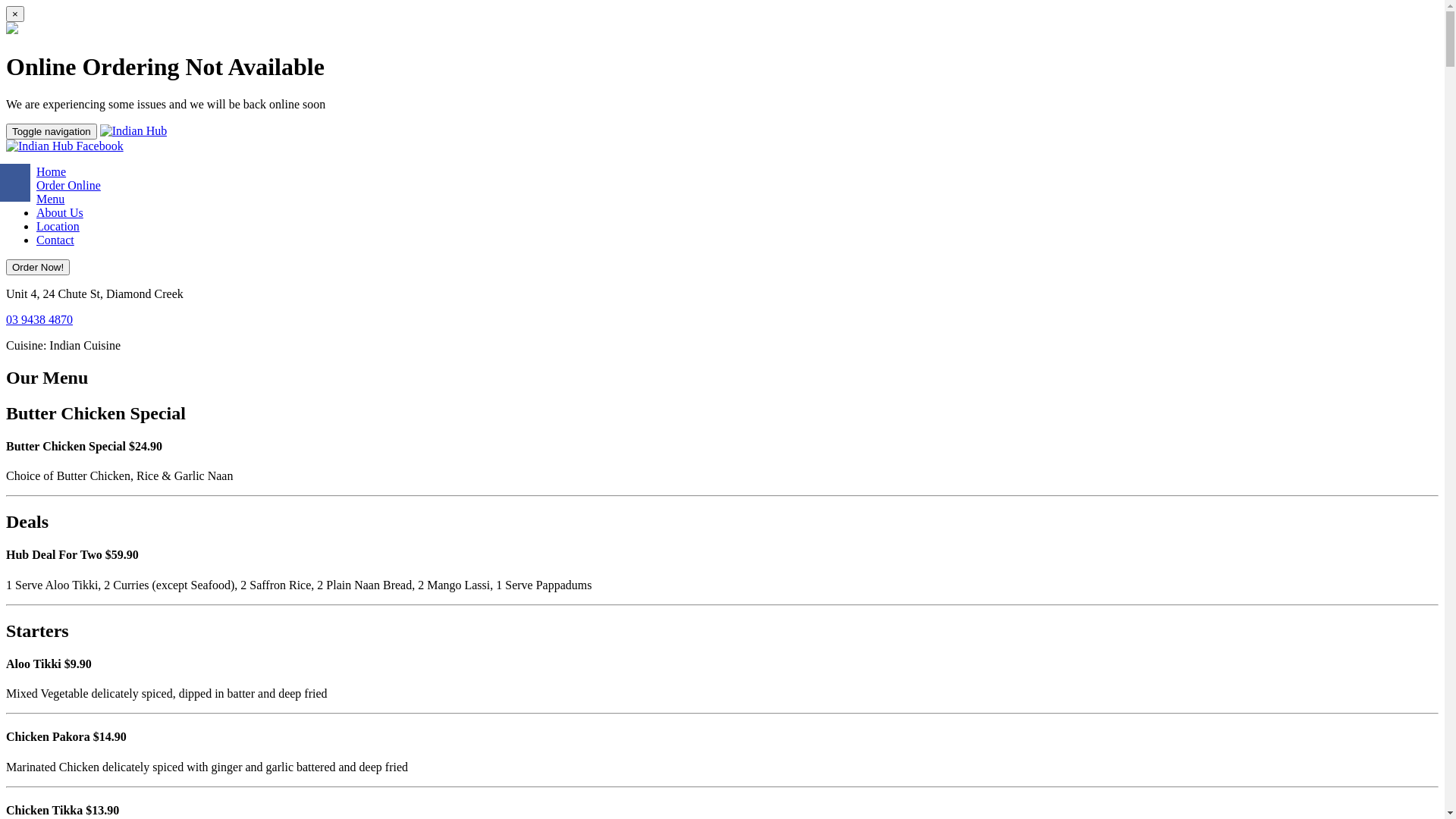 The image size is (1456, 819). Describe the element at coordinates (14, 181) in the screenshot. I see `'Share on Facebook'` at that location.